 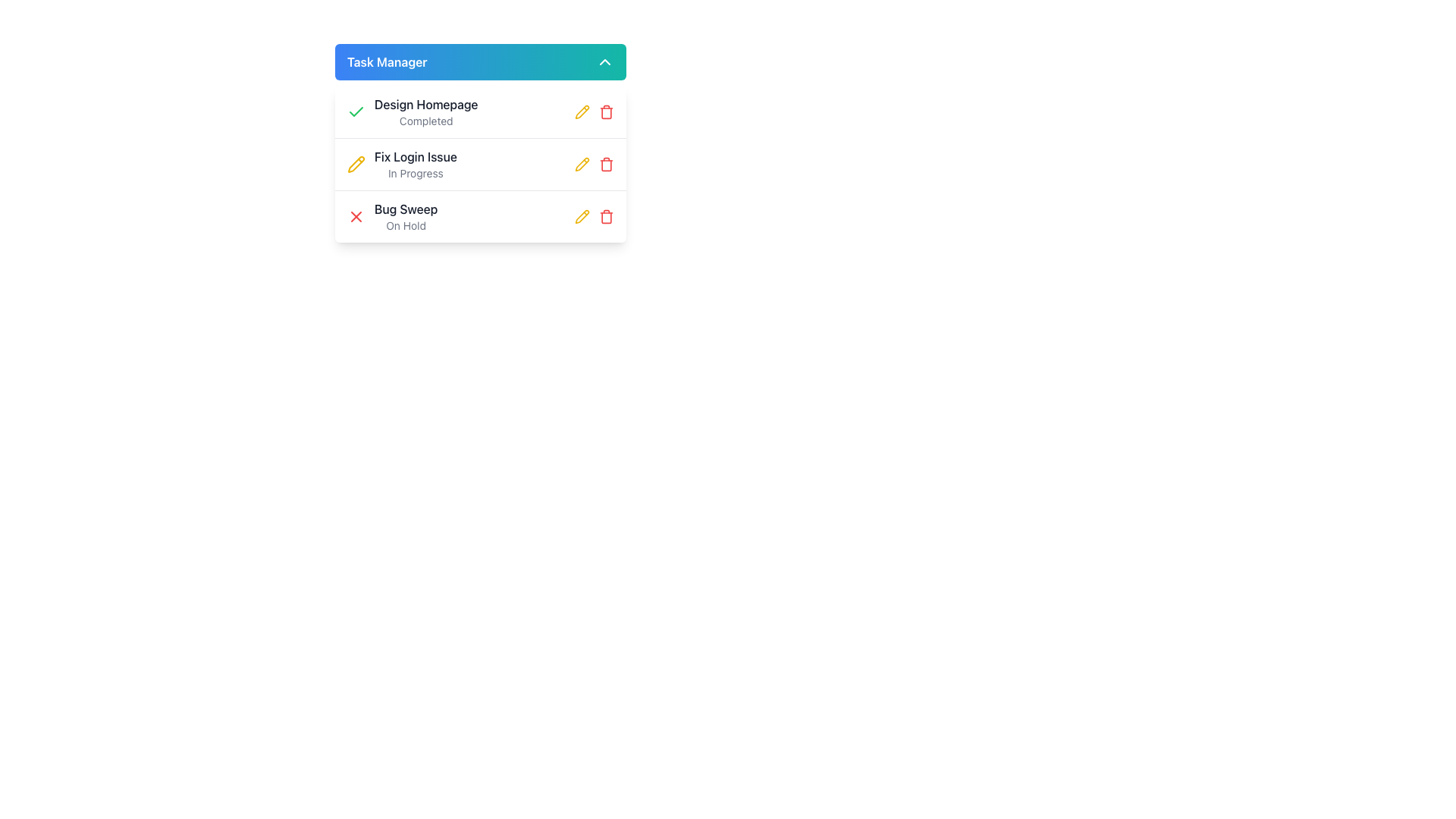 What do you see at coordinates (582, 110) in the screenshot?
I see `the yellow pencil icon located next to the task 'Fix Login Issue' to trigger a tooltip or visual feedback` at bounding box center [582, 110].